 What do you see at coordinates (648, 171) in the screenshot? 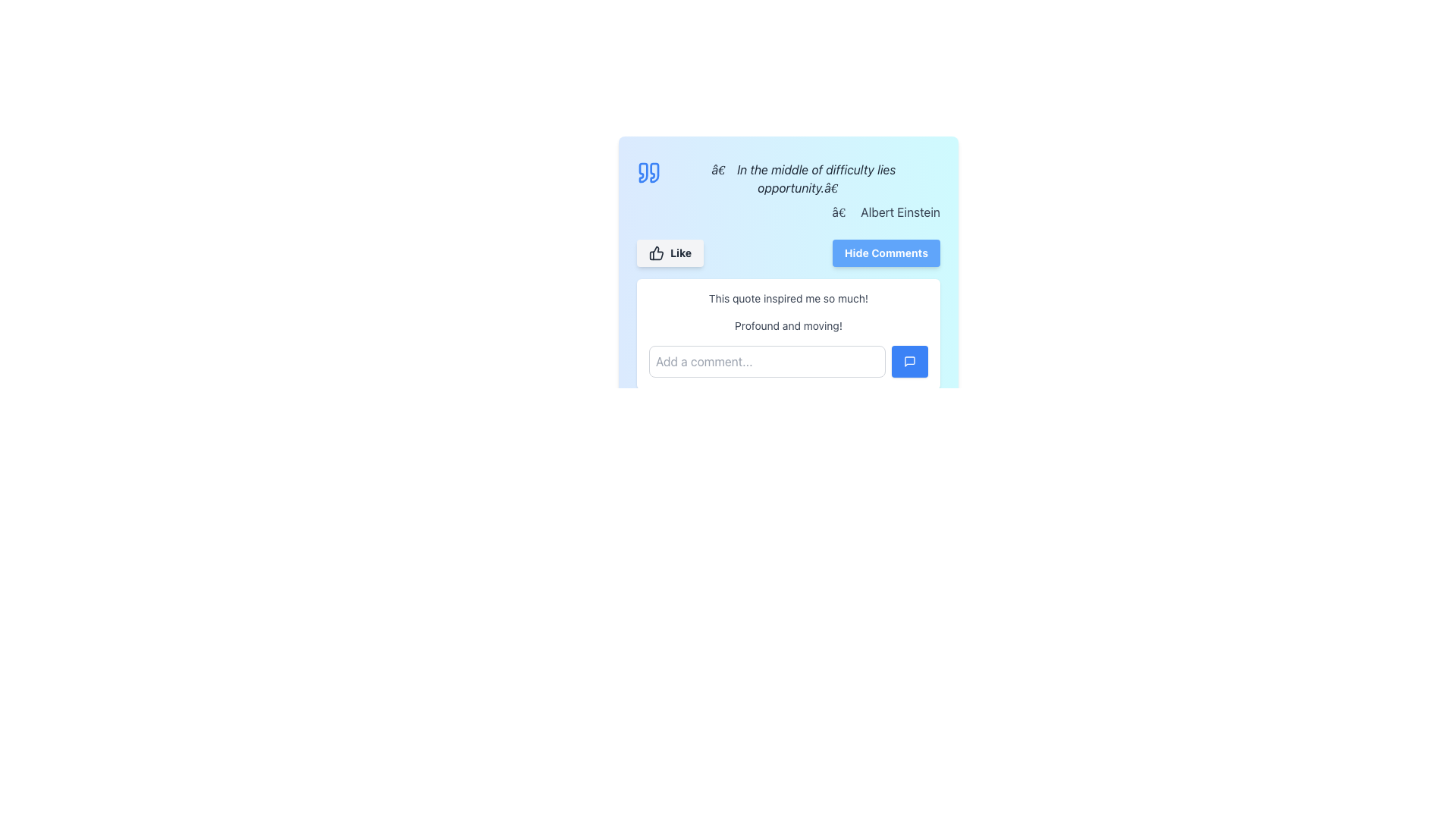
I see `the decorative quotation icon located to the immediate left of the quotation text in the top-left corner of the box` at bounding box center [648, 171].